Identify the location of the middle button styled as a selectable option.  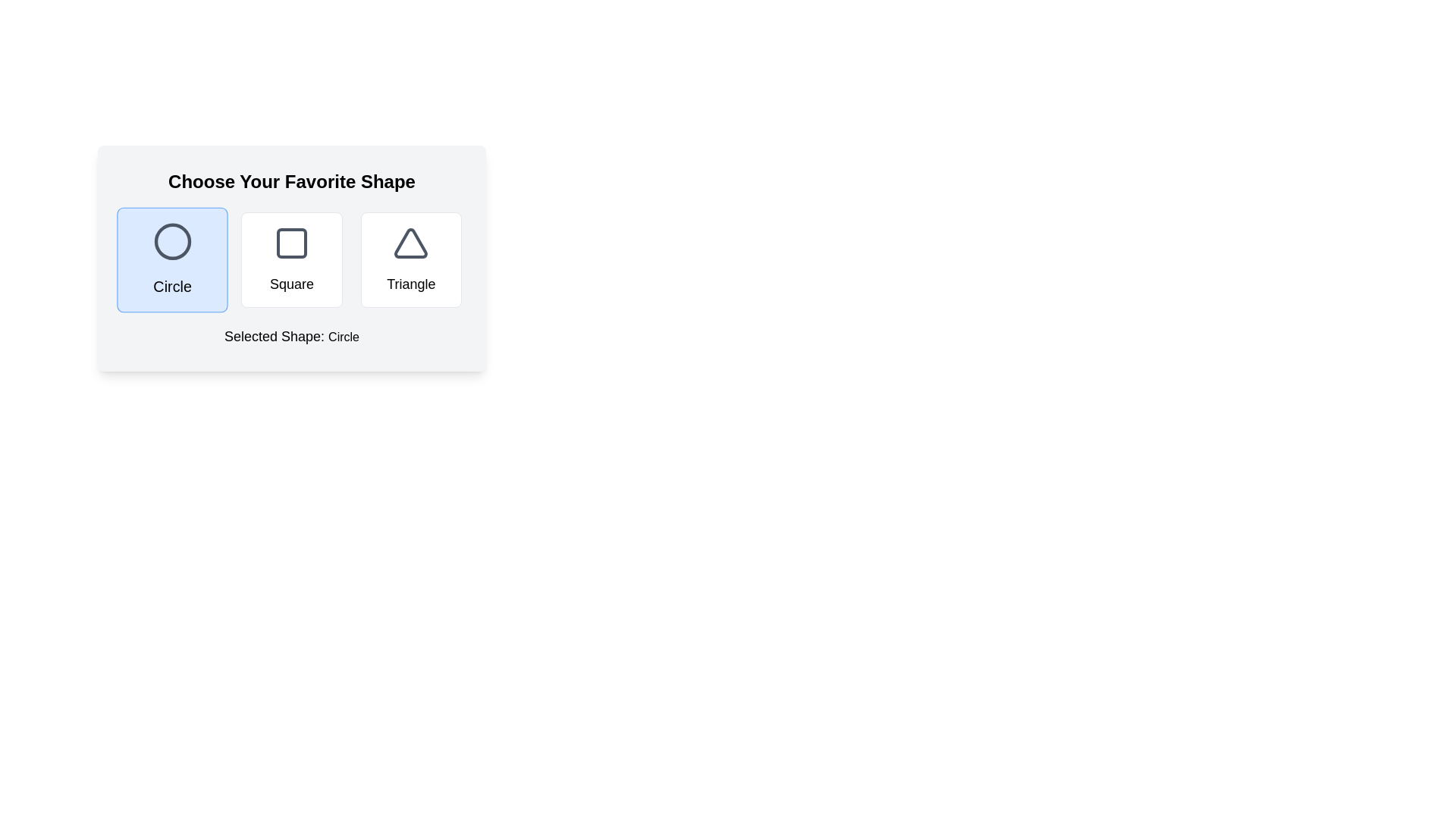
(291, 259).